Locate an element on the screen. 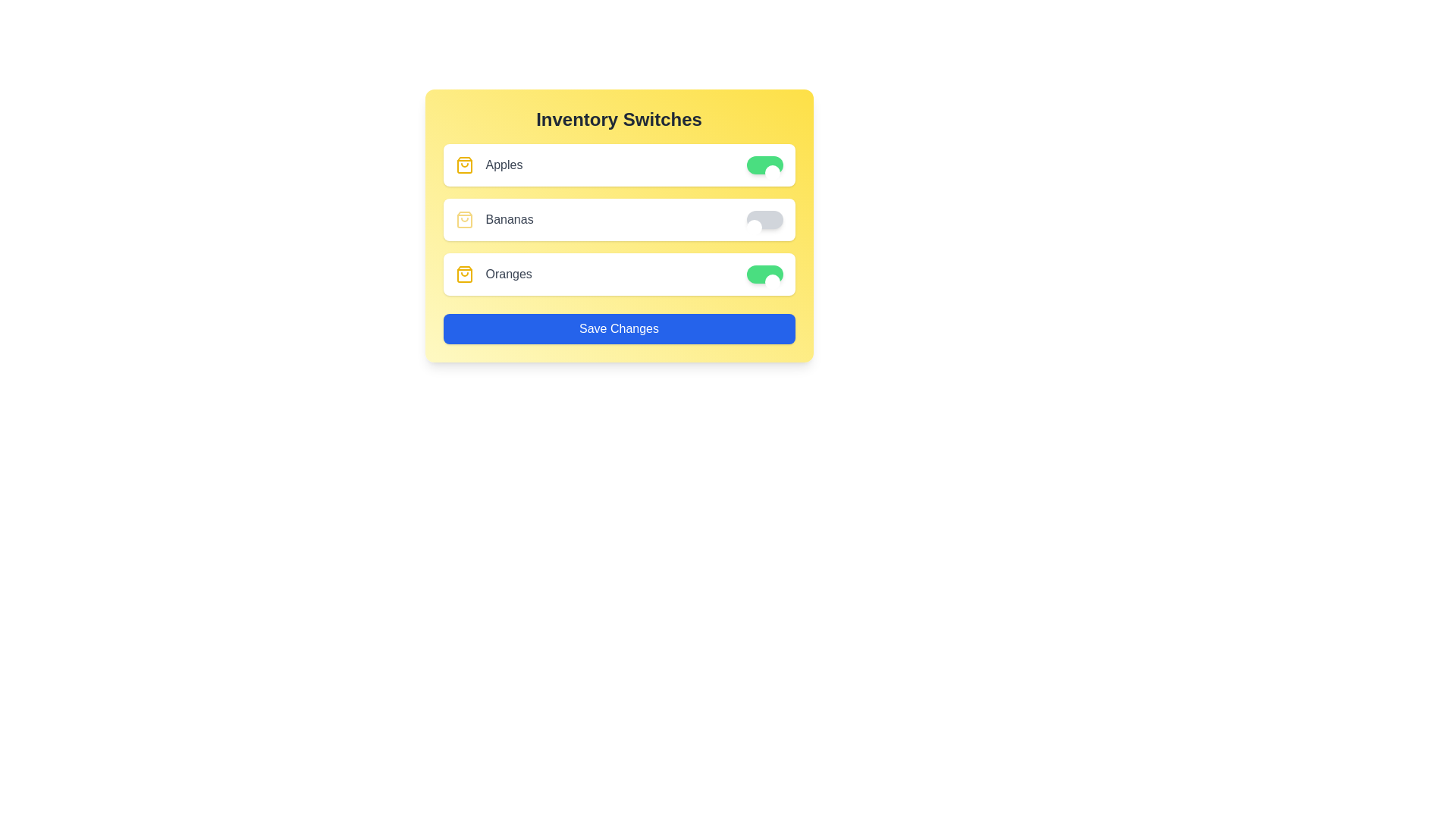  the 'Save Changes' button is located at coordinates (619, 328).